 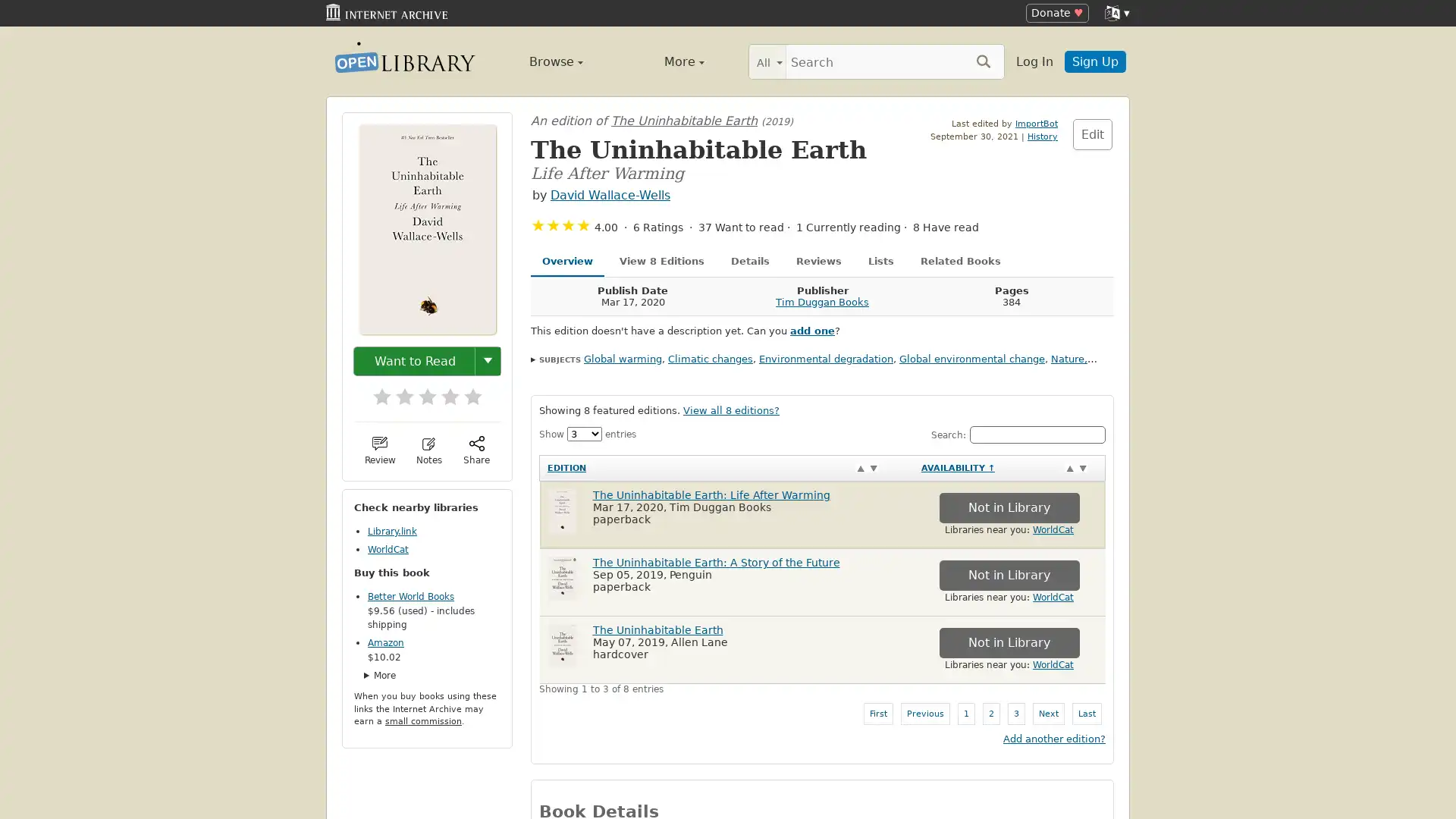 I want to click on 4, so click(x=442, y=391).